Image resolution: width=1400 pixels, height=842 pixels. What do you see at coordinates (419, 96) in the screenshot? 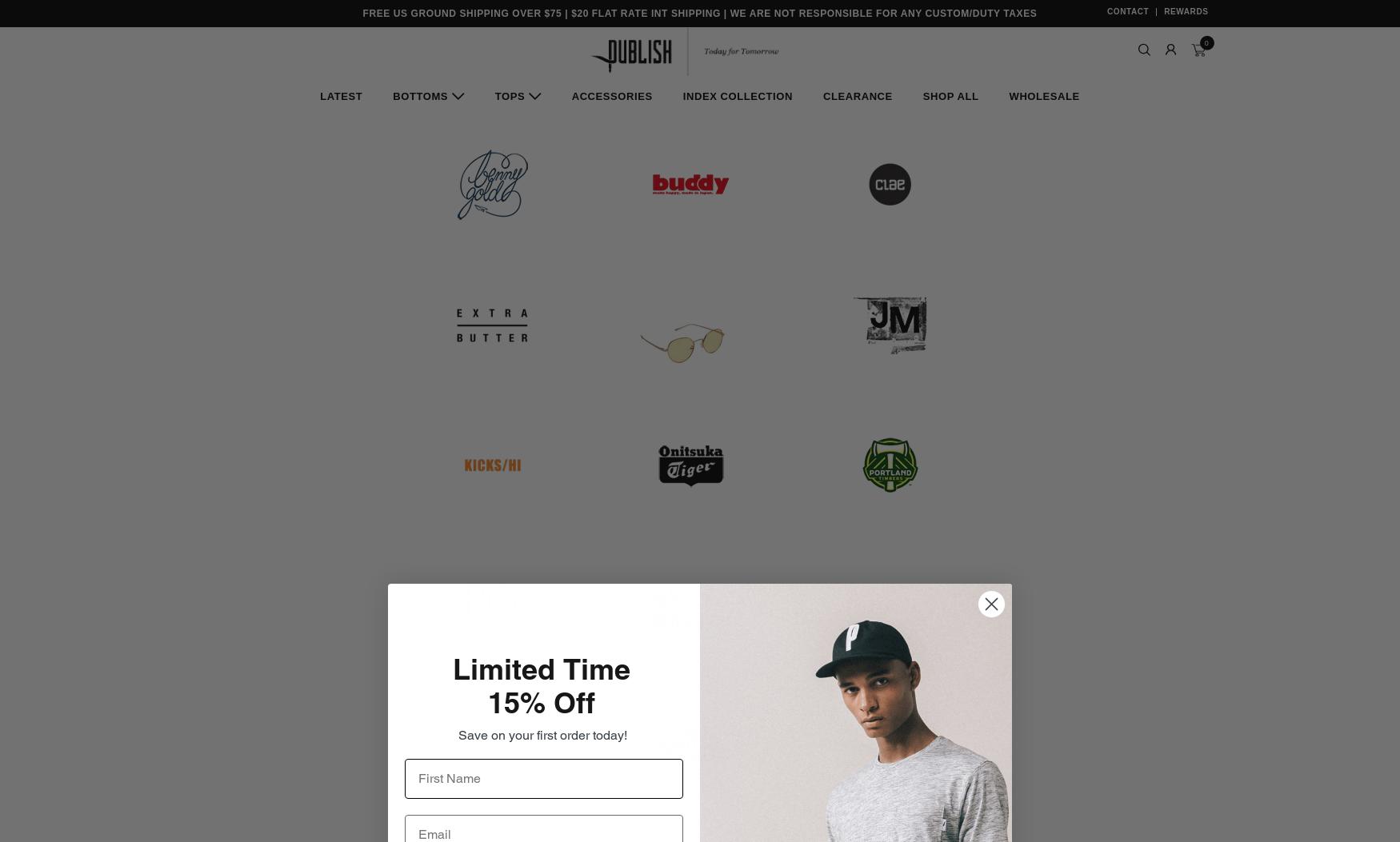
I see `'bottoms'` at bounding box center [419, 96].